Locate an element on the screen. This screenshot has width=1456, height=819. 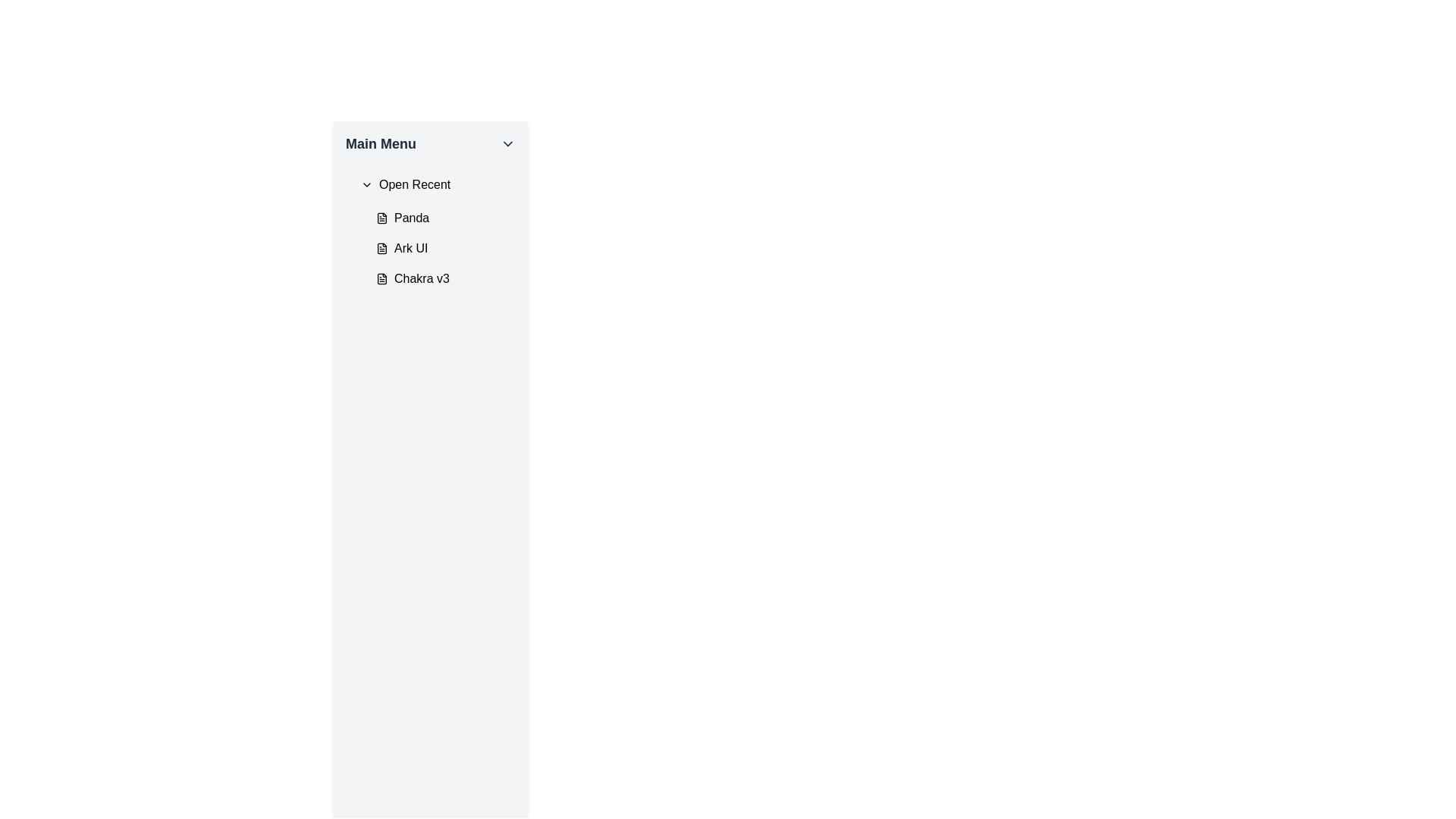
the text label containing the string 'Chakra v3' which is styled in a sans-serif font and is positioned under the 'Open Recent' submenu in the 'Main Menu' section is located at coordinates (422, 278).